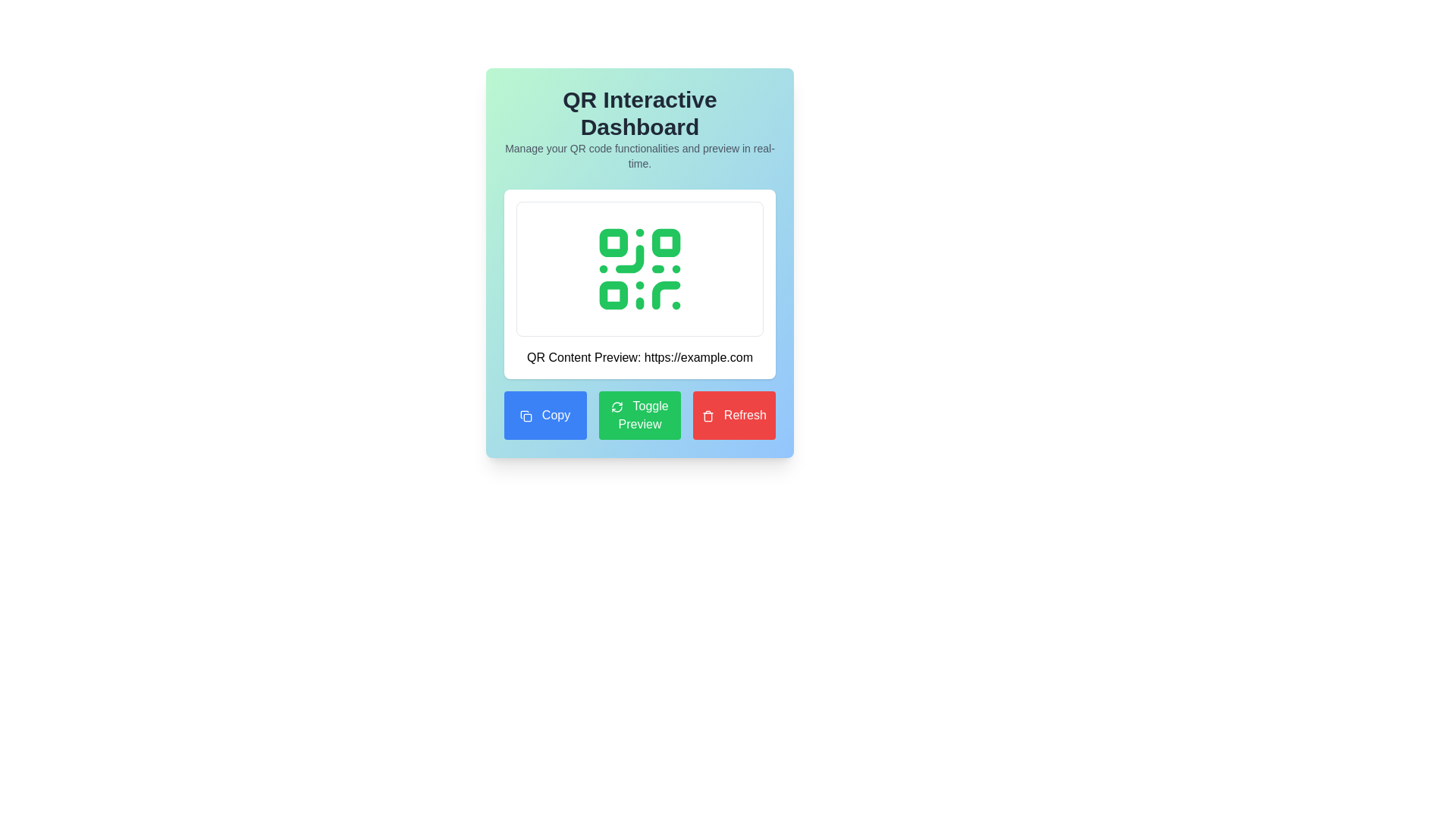 The height and width of the screenshot is (819, 1456). I want to click on the red button that contains the trash can icon, which is located to the left of the 'Refresh' text in the lower right corner of the interface, so click(708, 416).